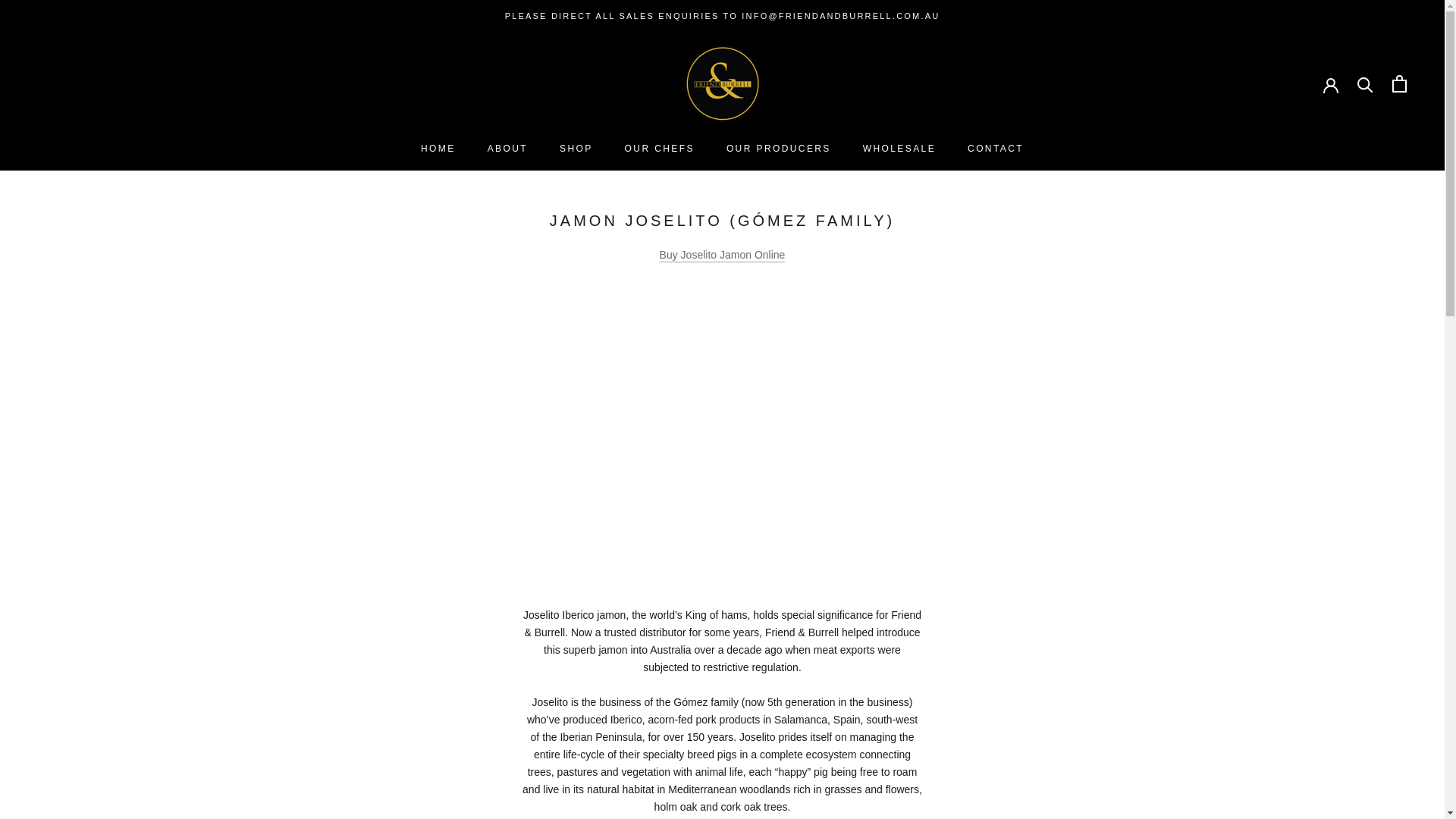  Describe the element at coordinates (507, 149) in the screenshot. I see `'ABOUT` at that location.